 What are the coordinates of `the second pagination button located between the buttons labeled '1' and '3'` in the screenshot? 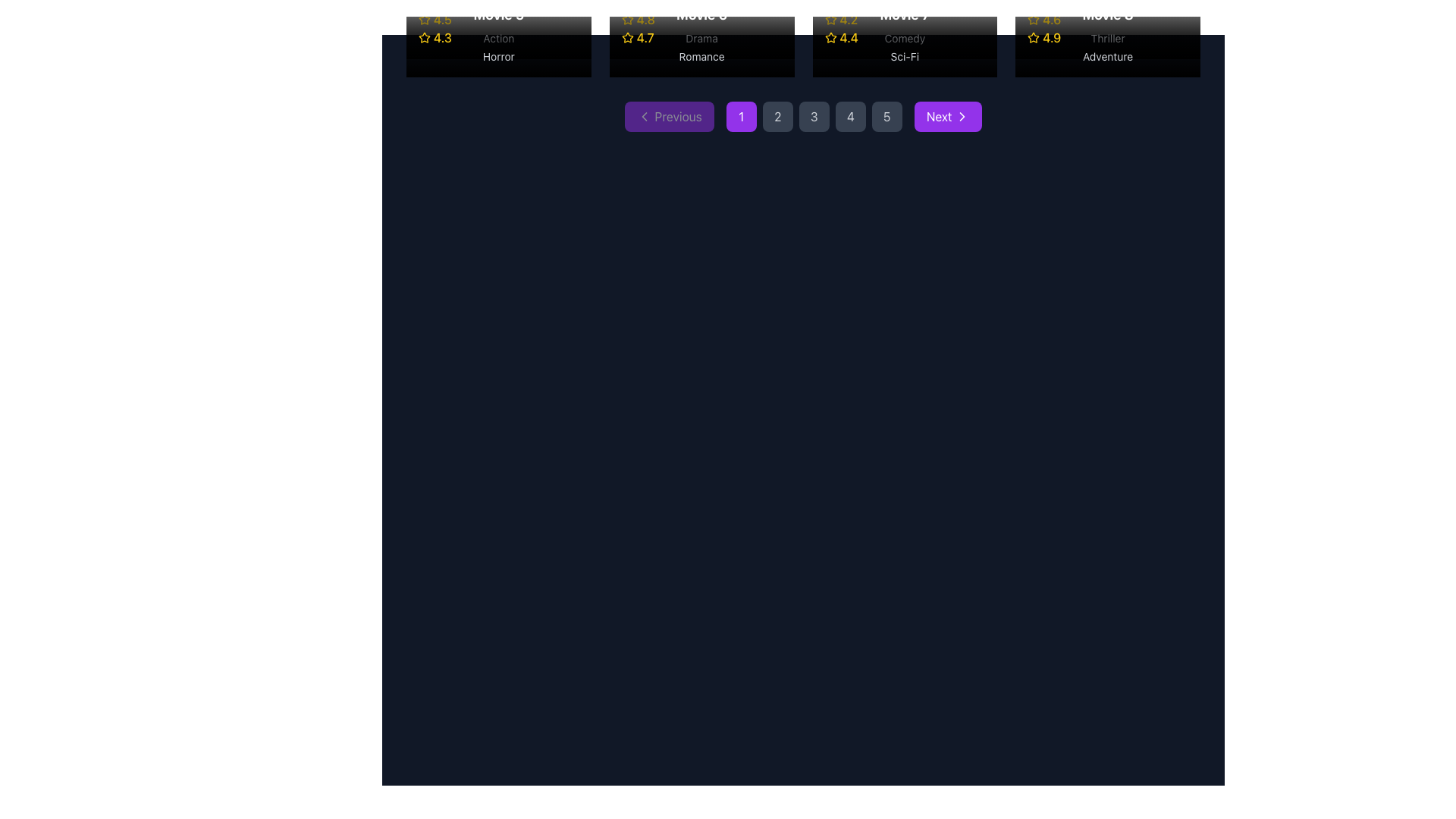 It's located at (777, 116).